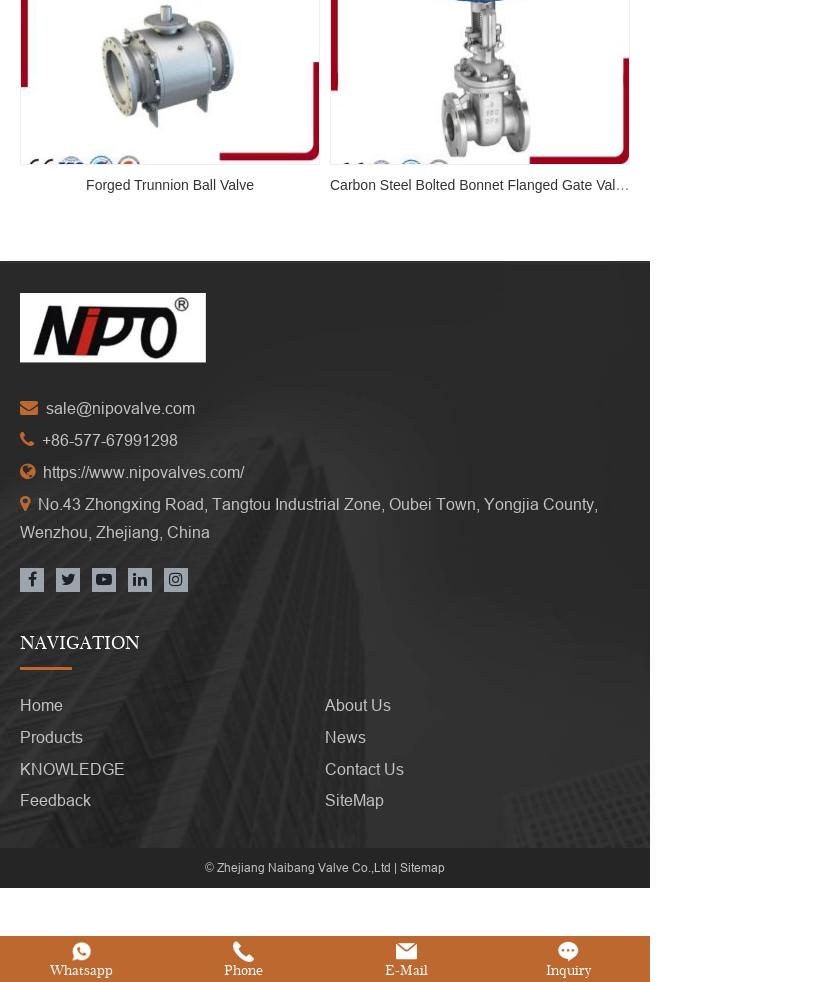  What do you see at coordinates (324, 735) in the screenshot?
I see `'News'` at bounding box center [324, 735].